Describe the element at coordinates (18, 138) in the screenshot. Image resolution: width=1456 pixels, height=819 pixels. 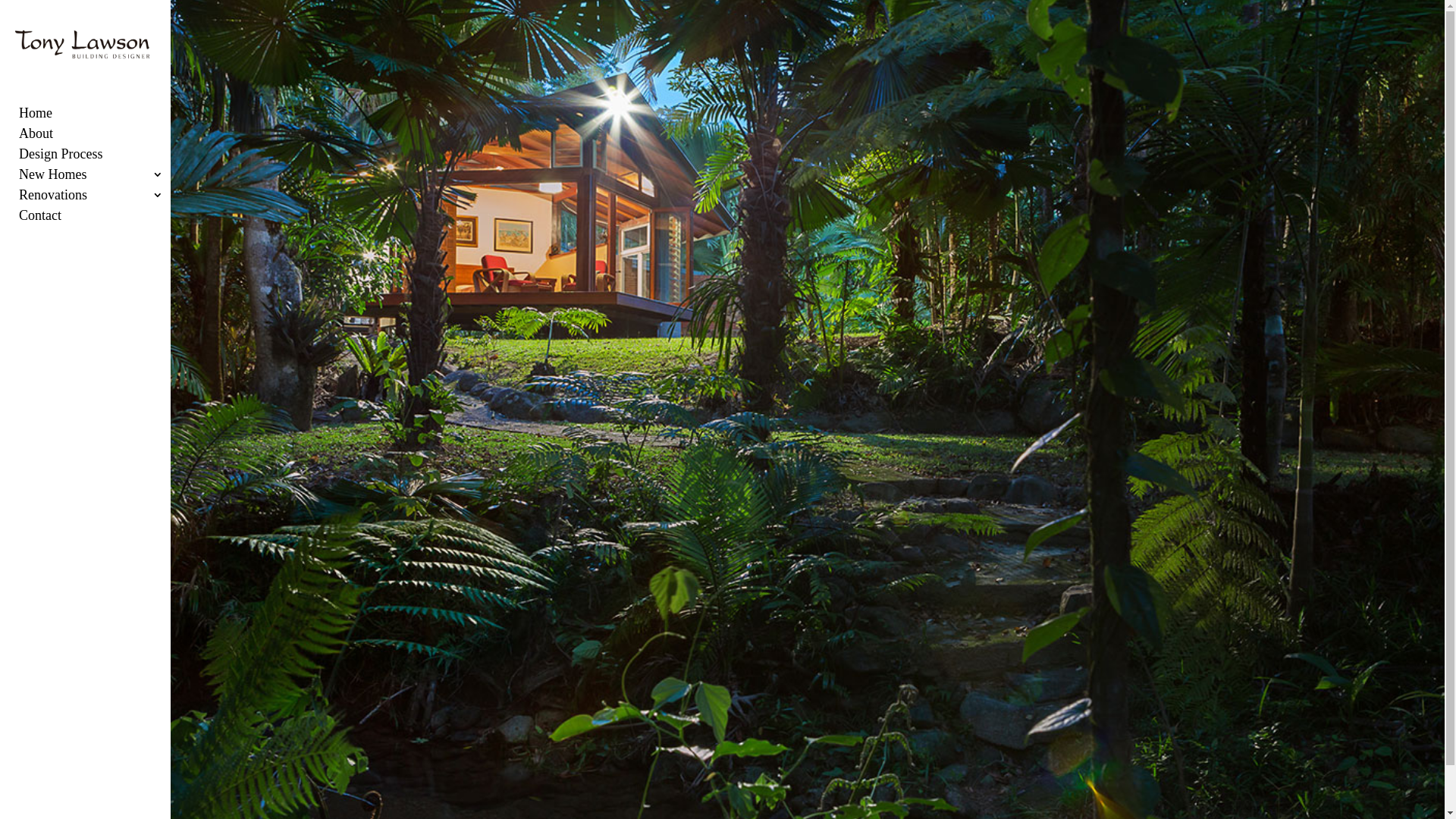
I see `'About'` at that location.